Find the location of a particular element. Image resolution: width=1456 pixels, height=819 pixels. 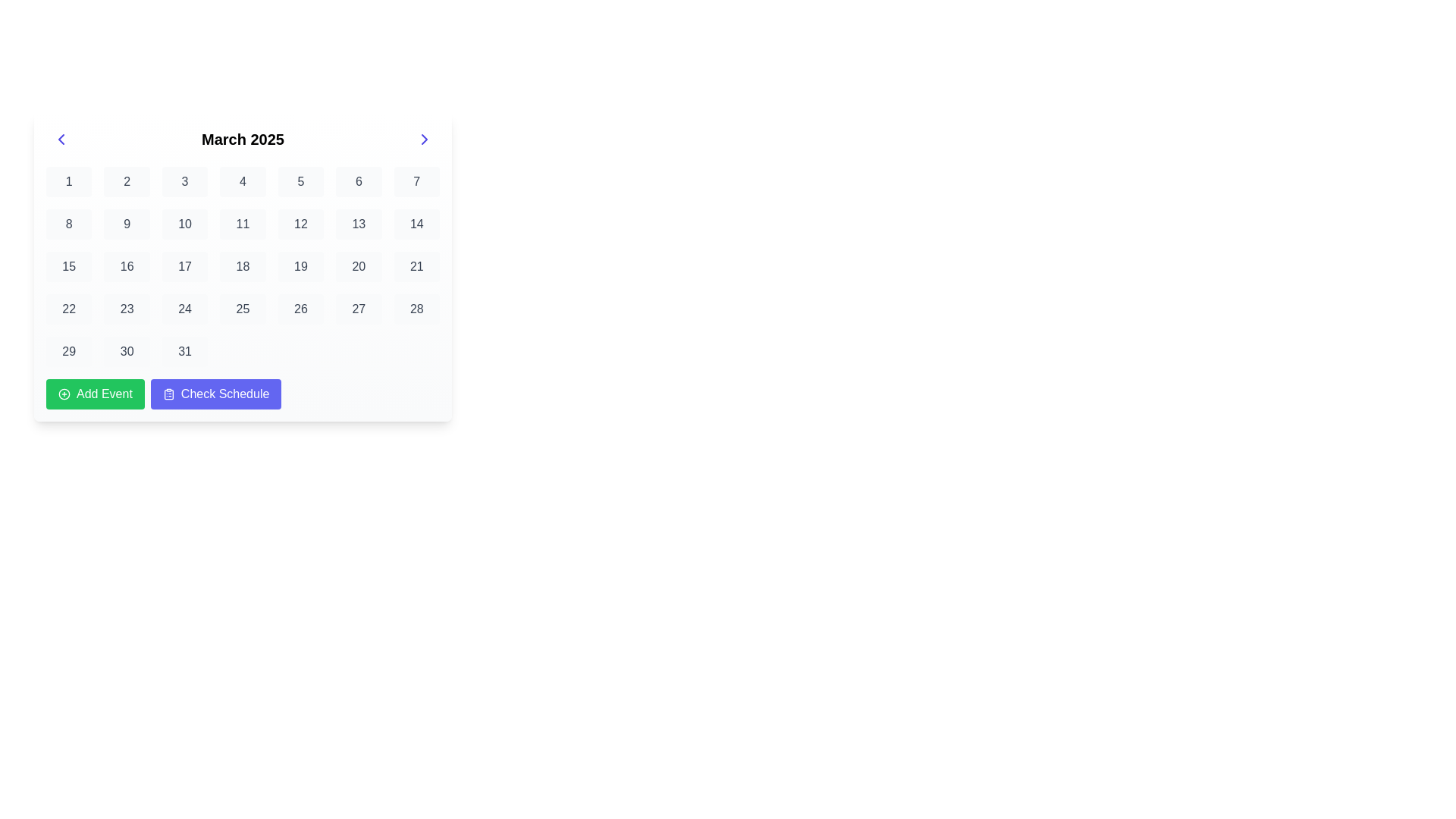

the button representing the date '9' in the second row and second column of the calendar interface is located at coordinates (127, 224).